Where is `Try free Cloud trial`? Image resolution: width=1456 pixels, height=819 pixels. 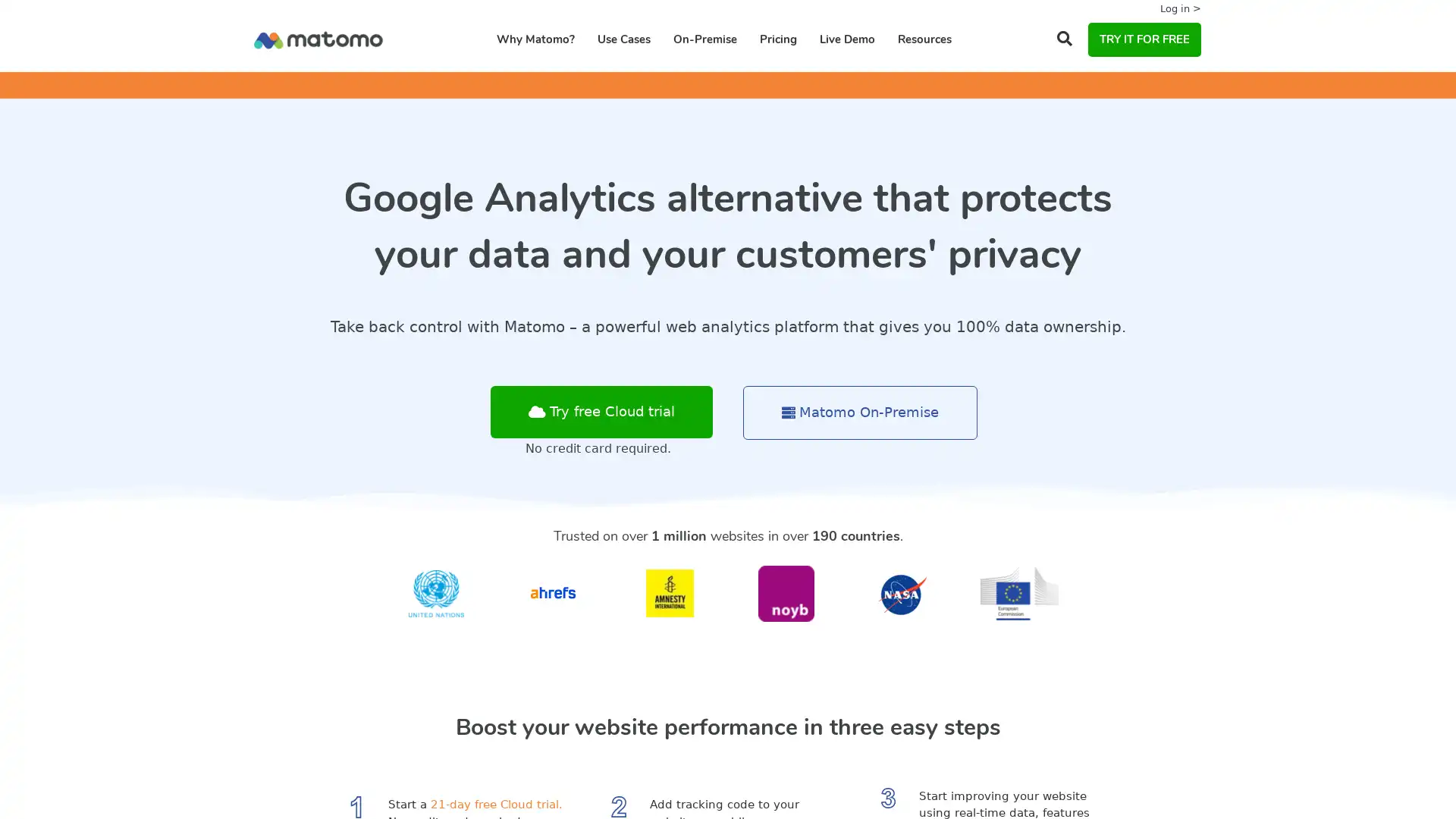 Try free Cloud trial is located at coordinates (601, 412).